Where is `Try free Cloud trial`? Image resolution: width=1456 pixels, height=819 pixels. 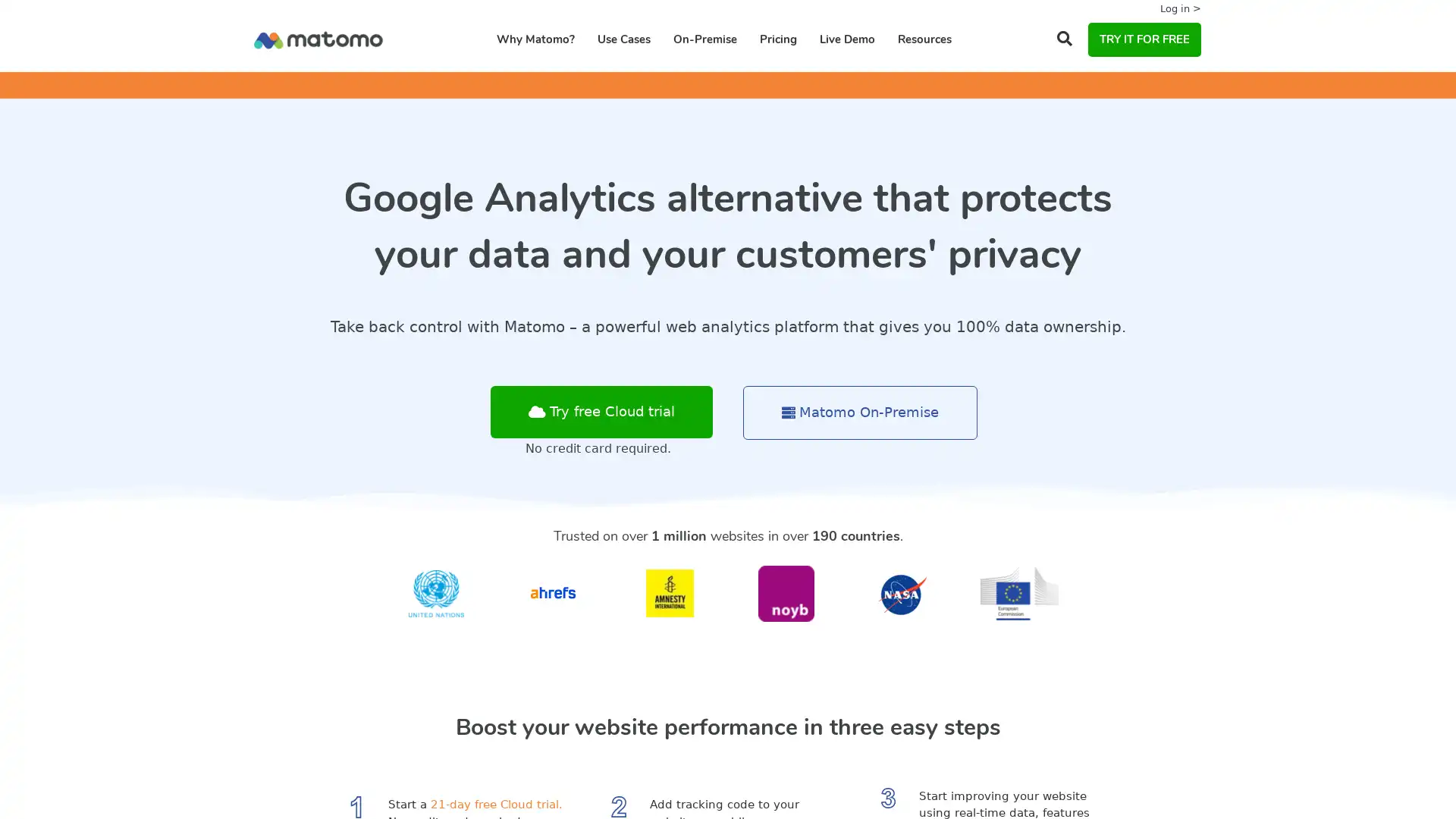 Try free Cloud trial is located at coordinates (601, 412).